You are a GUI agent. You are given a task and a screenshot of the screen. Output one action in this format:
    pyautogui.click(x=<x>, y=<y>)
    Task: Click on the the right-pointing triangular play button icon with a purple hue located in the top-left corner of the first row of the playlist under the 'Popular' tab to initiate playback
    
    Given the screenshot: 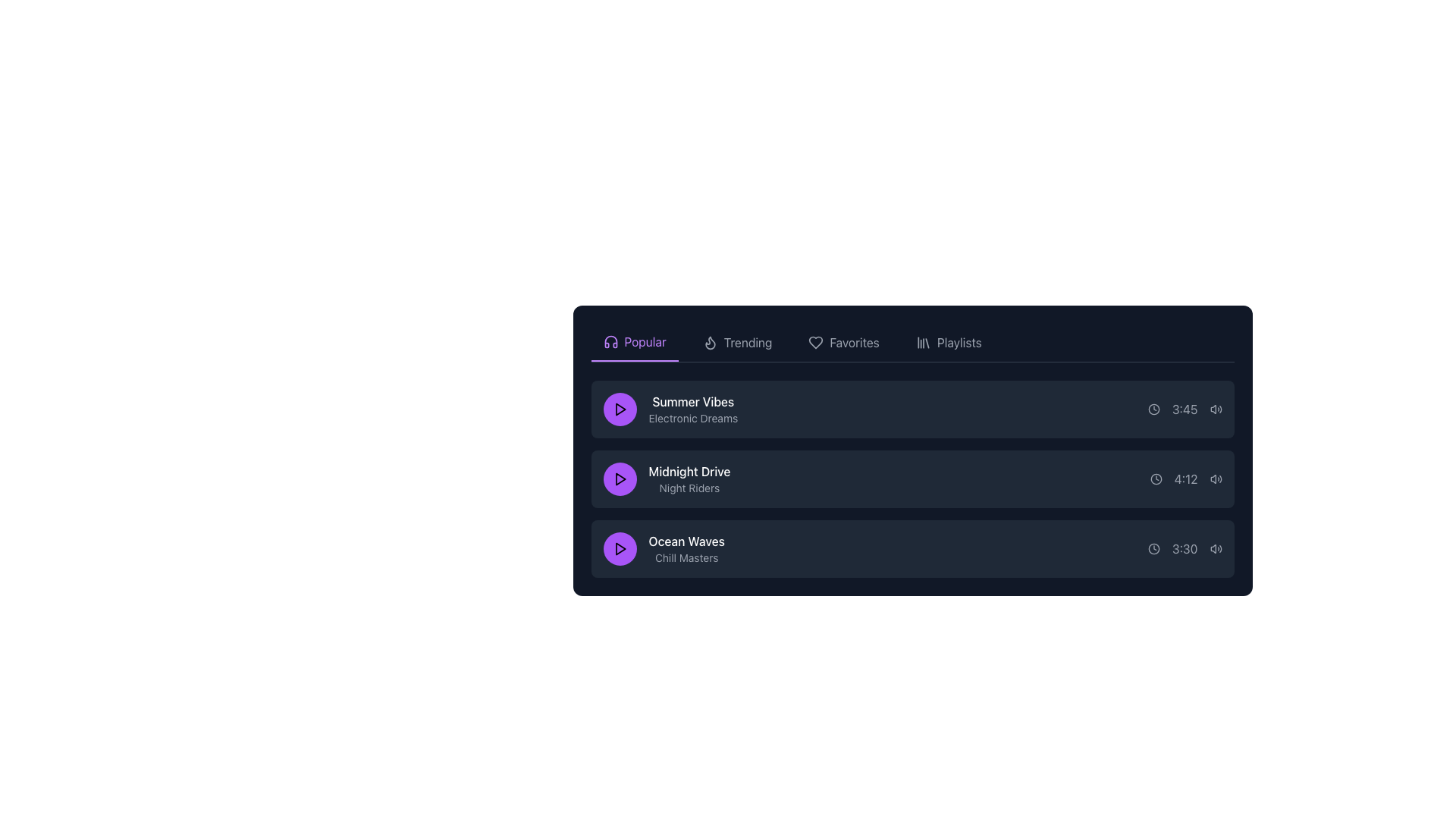 What is the action you would take?
    pyautogui.click(x=620, y=409)
    